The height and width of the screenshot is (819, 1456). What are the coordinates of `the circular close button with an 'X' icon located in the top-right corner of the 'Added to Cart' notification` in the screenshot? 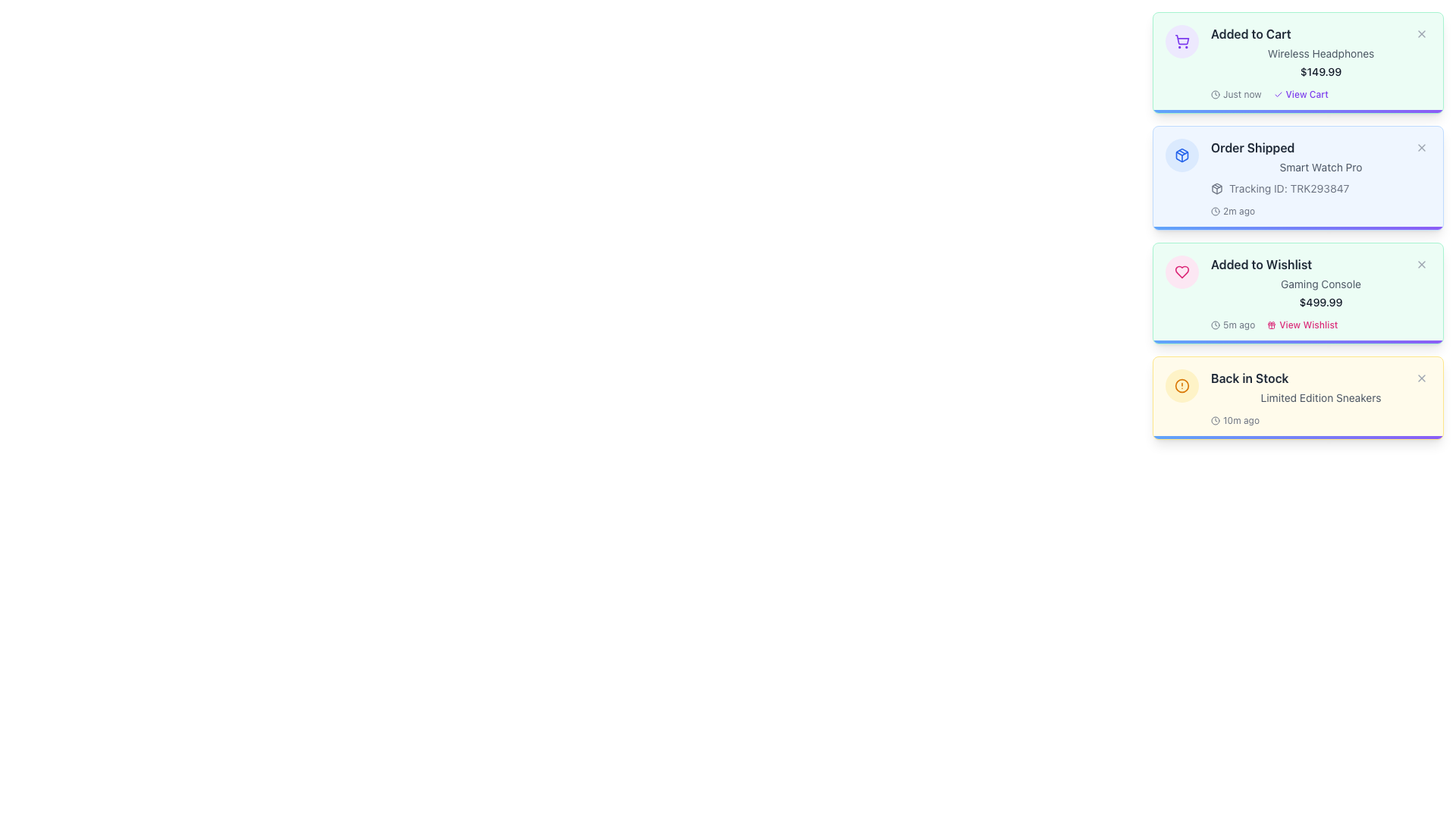 It's located at (1421, 34).